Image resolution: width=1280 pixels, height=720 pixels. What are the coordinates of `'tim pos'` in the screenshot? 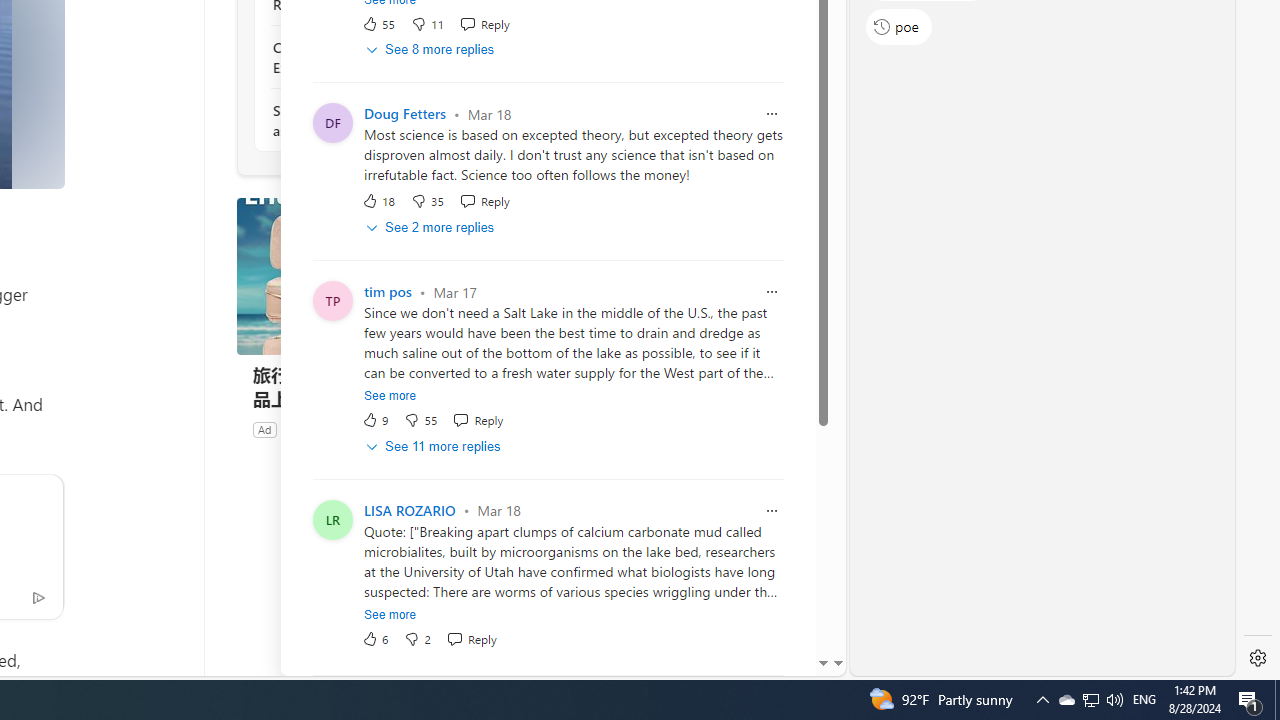 It's located at (387, 292).